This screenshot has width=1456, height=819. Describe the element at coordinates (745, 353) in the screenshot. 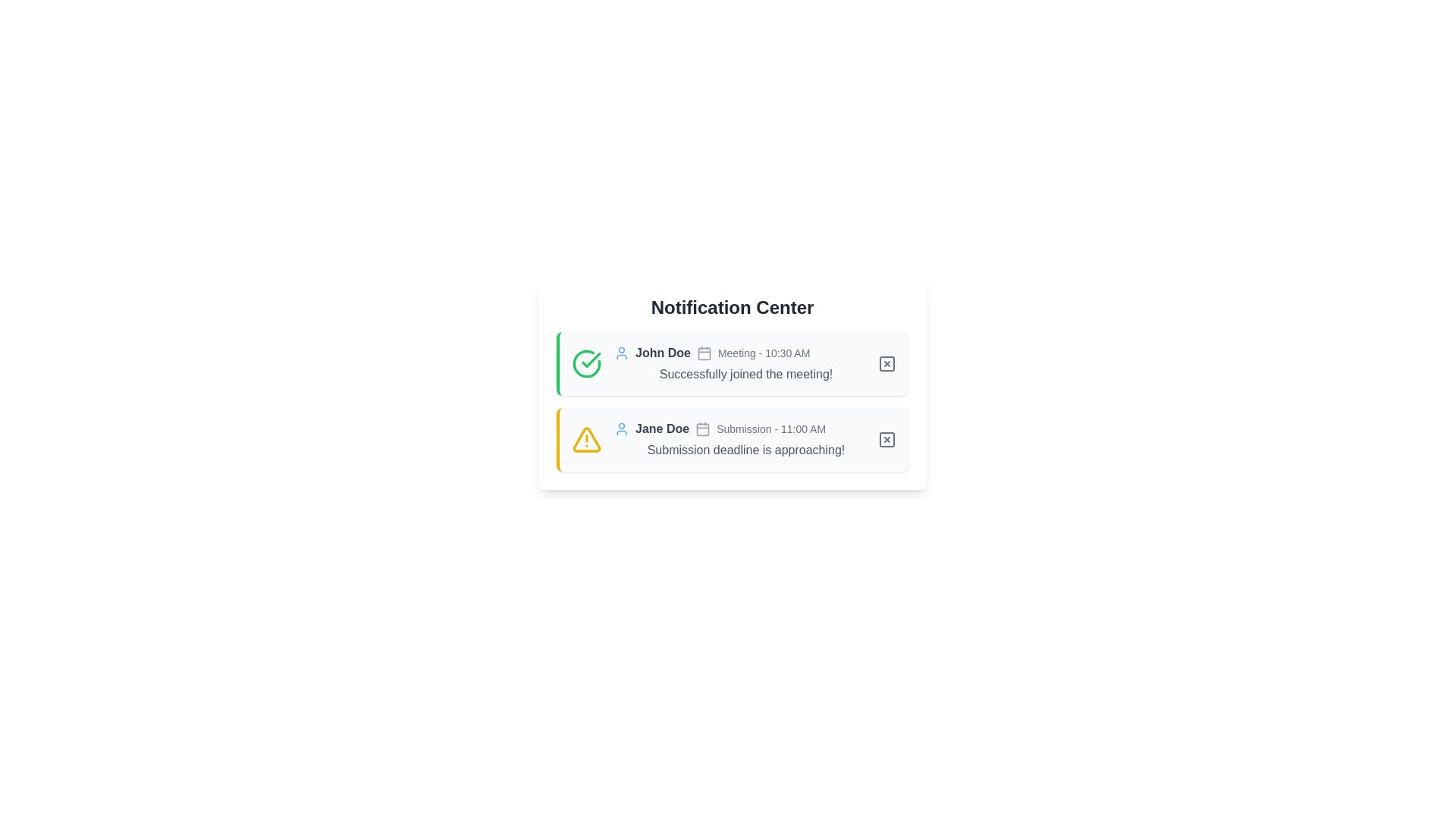

I see `the centrally located Text element that provides information about a scheduled event, which includes the user name and meeting time` at that location.